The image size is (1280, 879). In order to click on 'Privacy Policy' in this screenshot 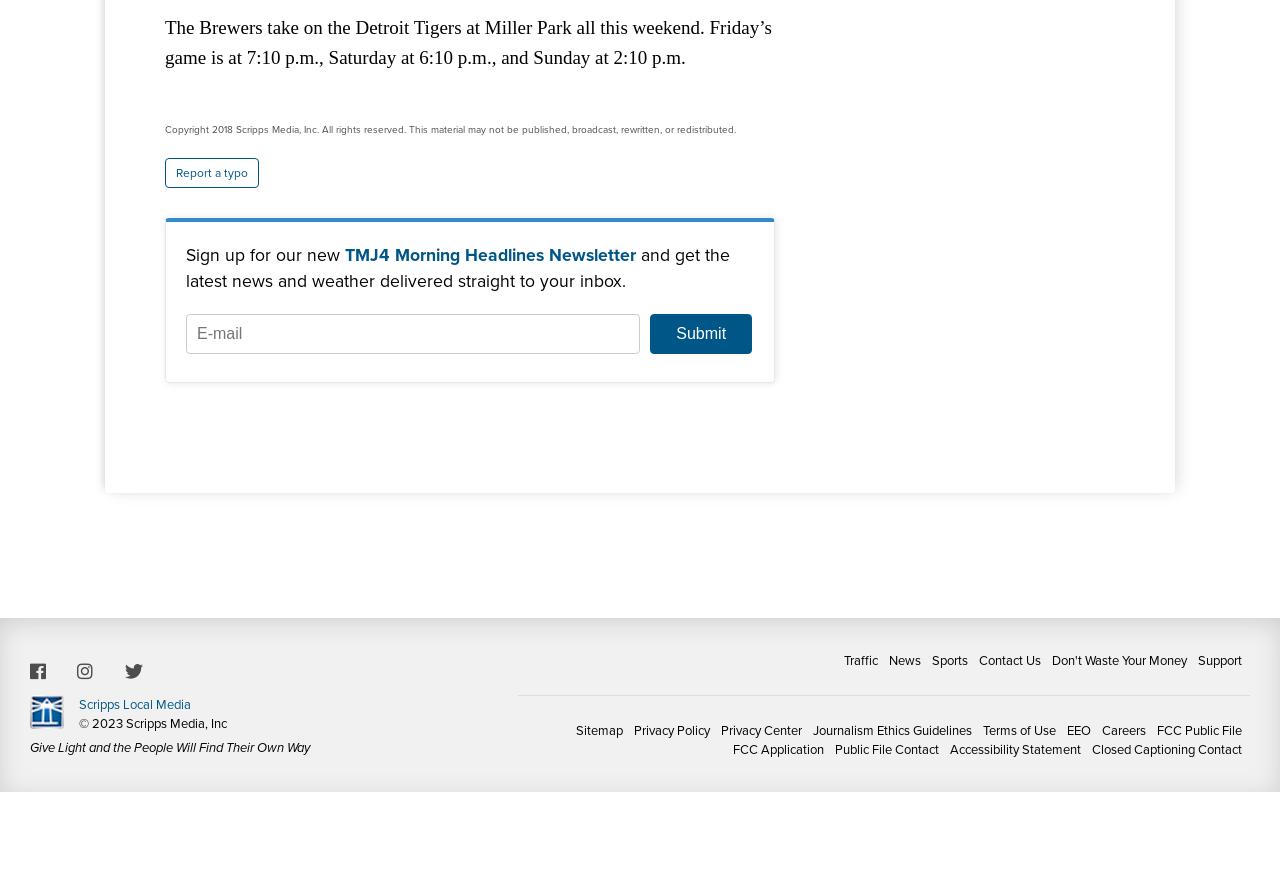, I will do `click(632, 728)`.